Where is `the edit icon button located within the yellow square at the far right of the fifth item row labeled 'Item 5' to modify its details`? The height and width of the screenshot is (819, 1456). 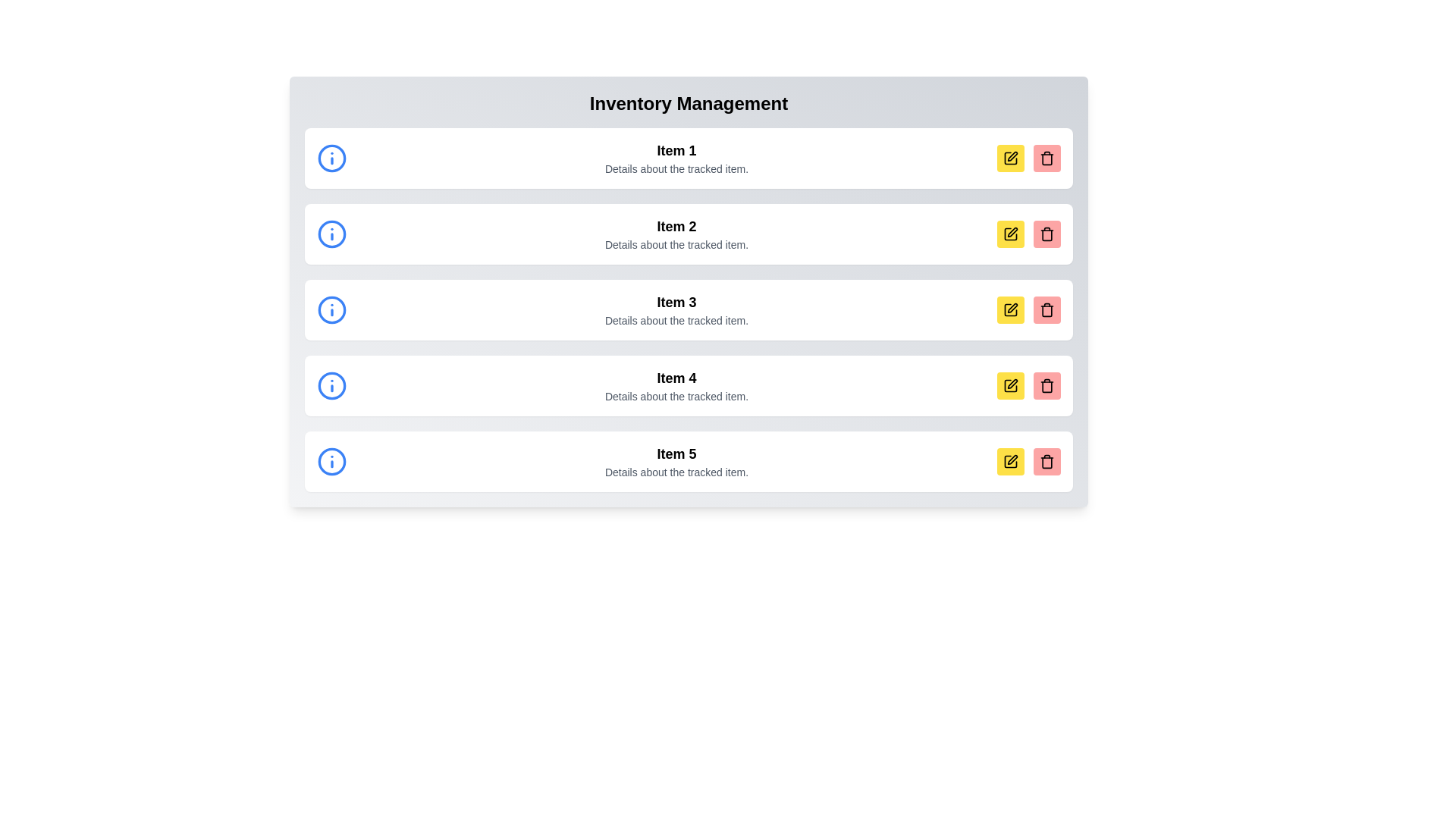 the edit icon button located within the yellow square at the far right of the fifth item row labeled 'Item 5' to modify its details is located at coordinates (1012, 459).